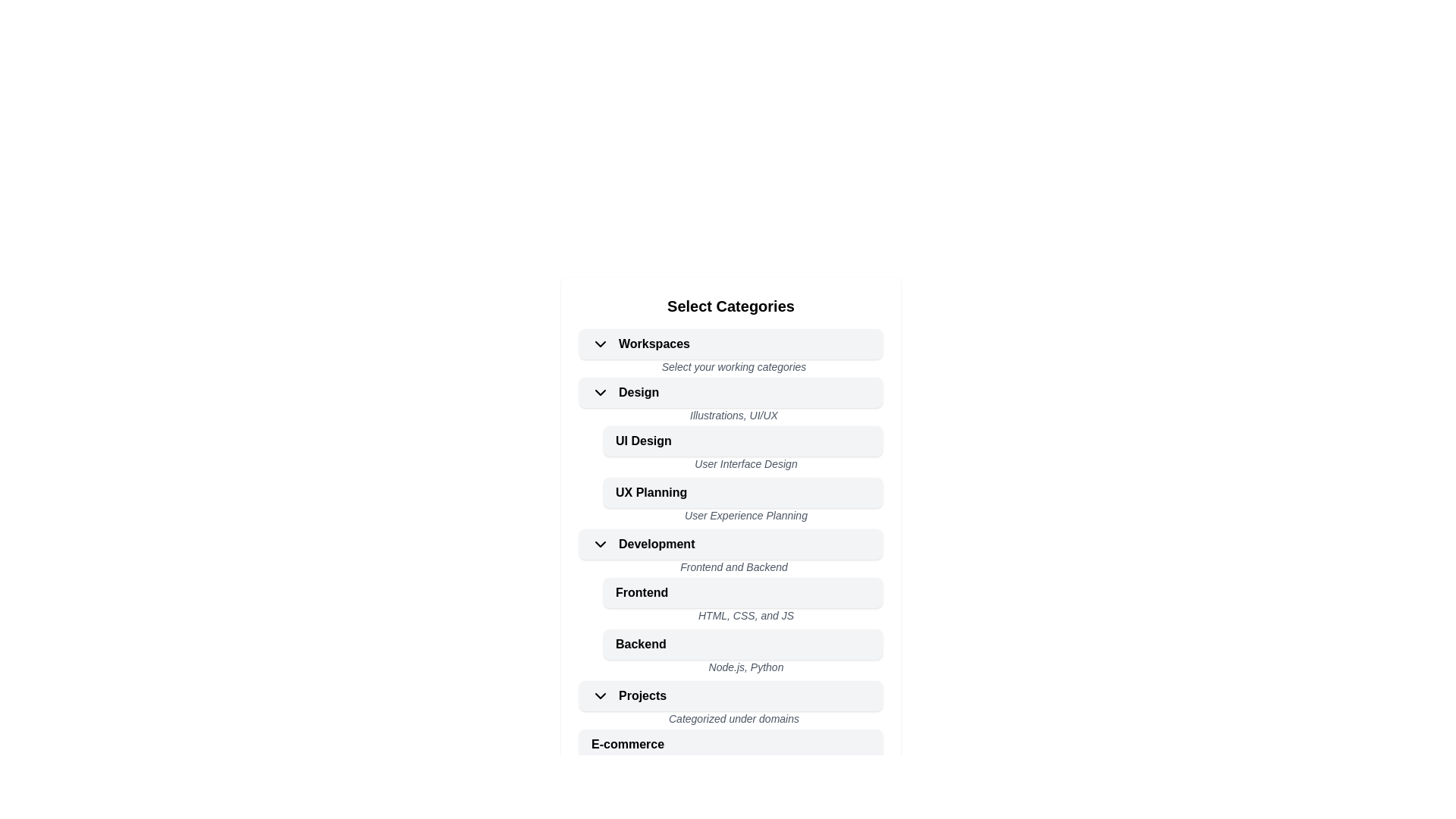 This screenshot has height=819, width=1456. I want to click on the text label that contains 'Illustrations, UI/UX', styled in small italic gray font, located below the 'Design' title, so click(731, 417).